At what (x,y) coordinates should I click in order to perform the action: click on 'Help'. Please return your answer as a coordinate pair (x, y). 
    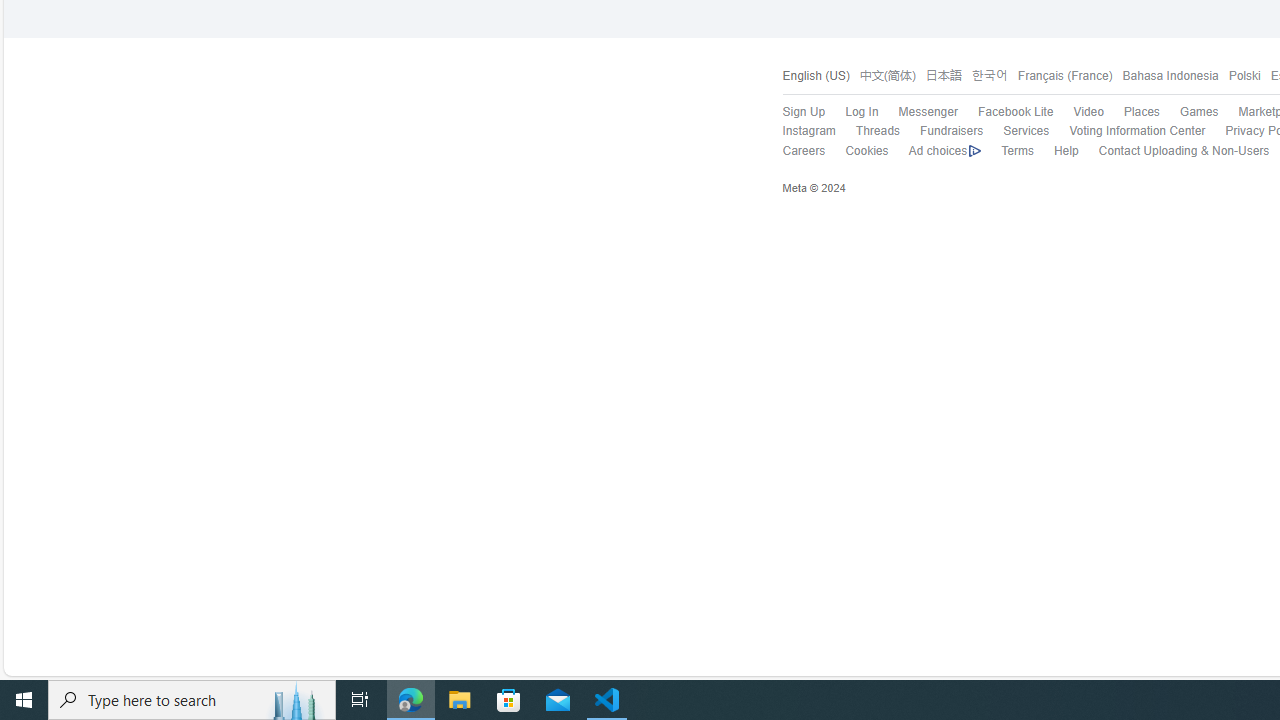
    Looking at the image, I should click on (1055, 150).